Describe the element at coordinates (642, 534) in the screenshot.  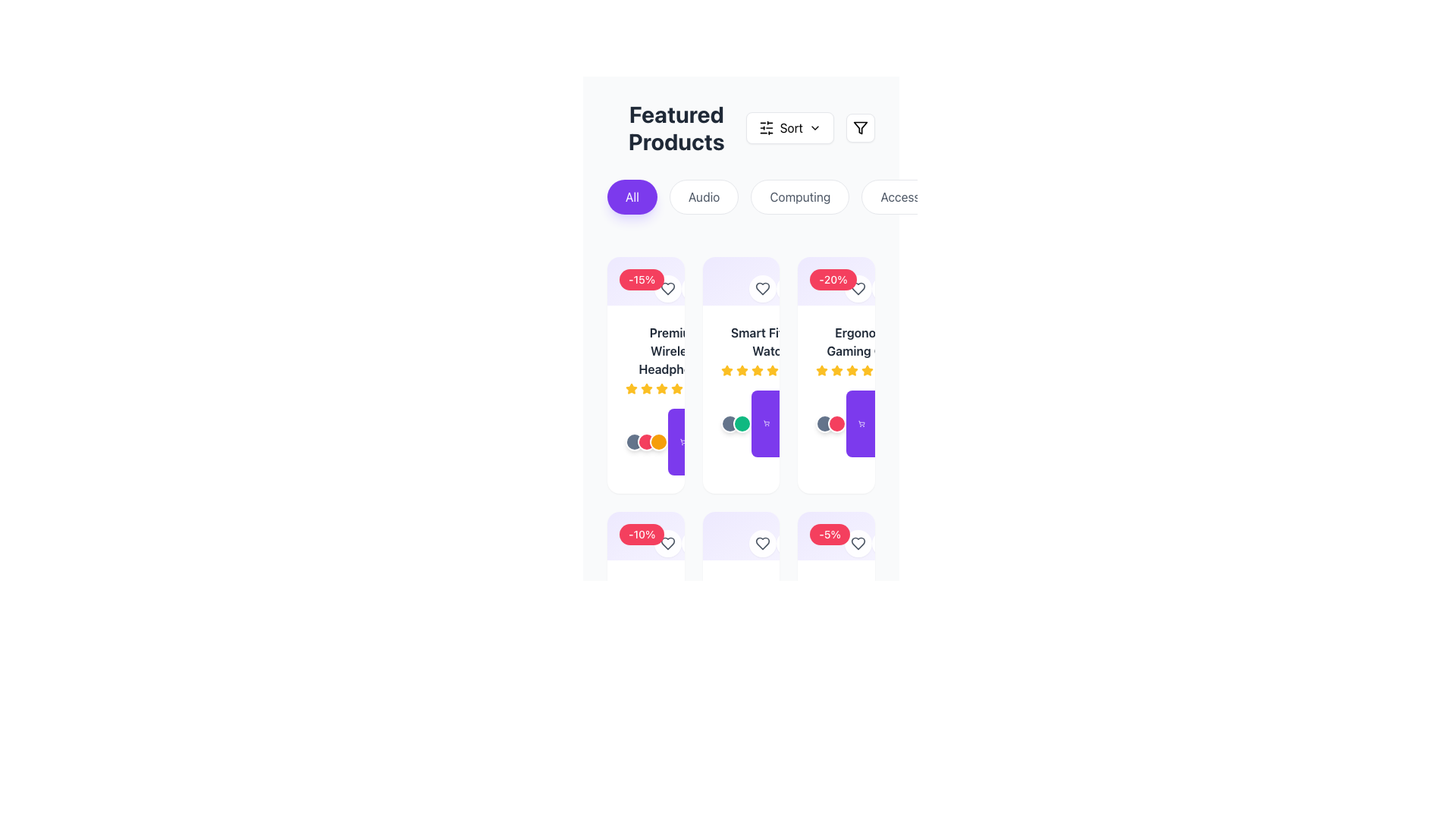
I see `the details displayed in the discount label located at the top-left corner of the product card that is the second from the left in the bottom row of the product grid` at that location.